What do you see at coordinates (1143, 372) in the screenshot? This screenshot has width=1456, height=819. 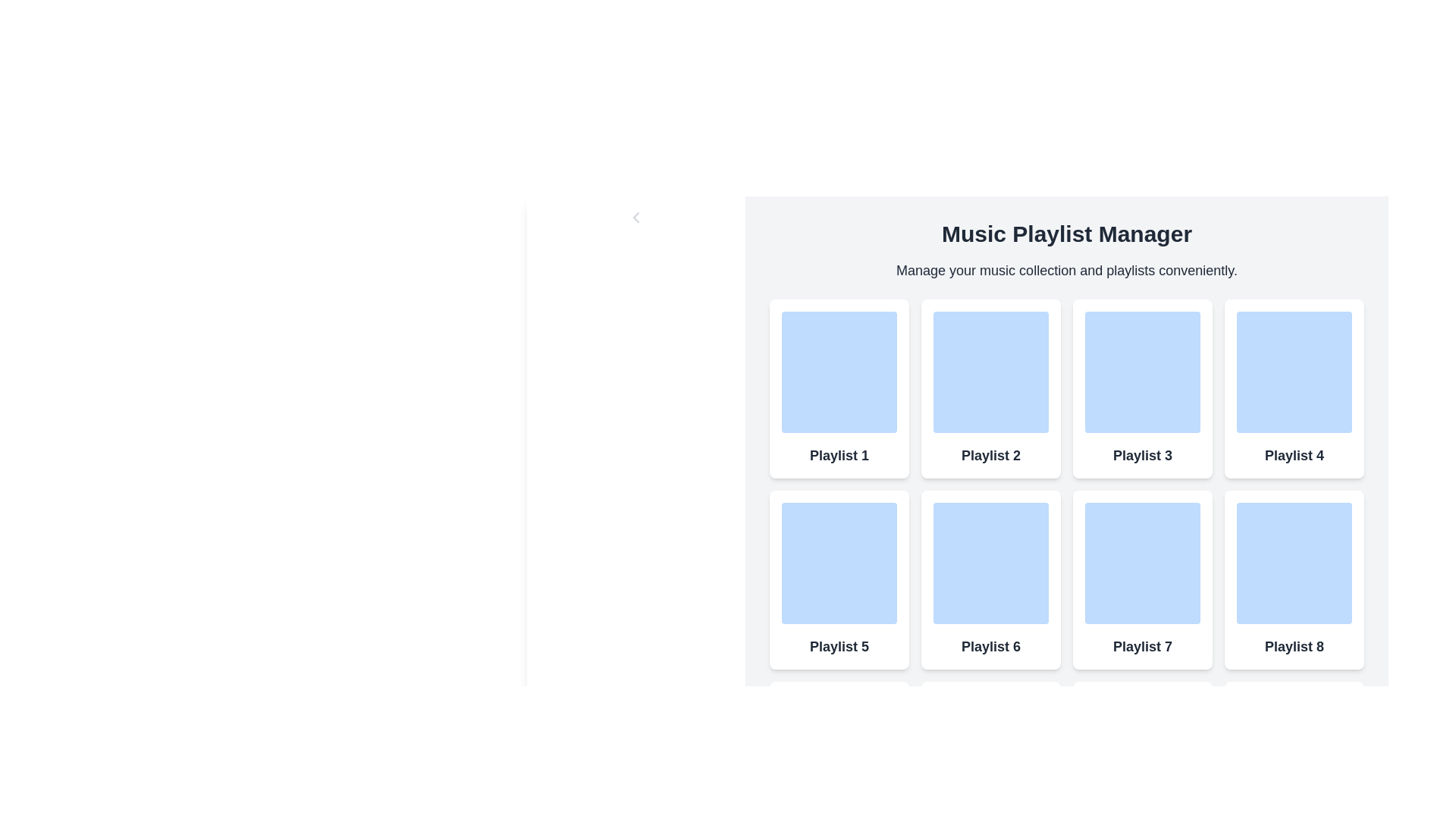 I see `the visual placeholder or thumbnail area for the 'Playlist 3' card, which is a large visual block in the third column of the first row of playlist cards` at bounding box center [1143, 372].